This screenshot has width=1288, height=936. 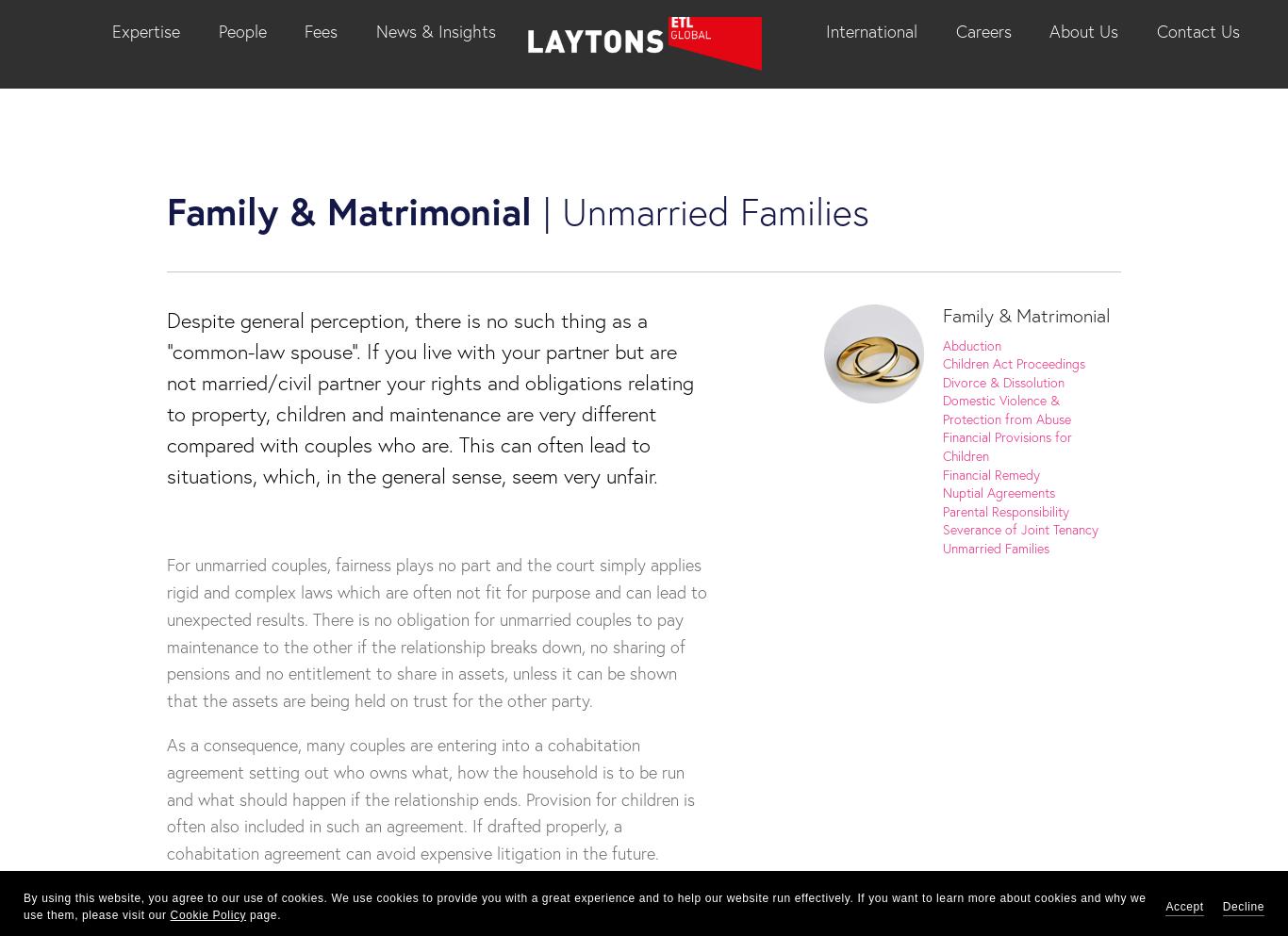 What do you see at coordinates (1013, 362) in the screenshot?
I see `'Children Act Proceedings'` at bounding box center [1013, 362].